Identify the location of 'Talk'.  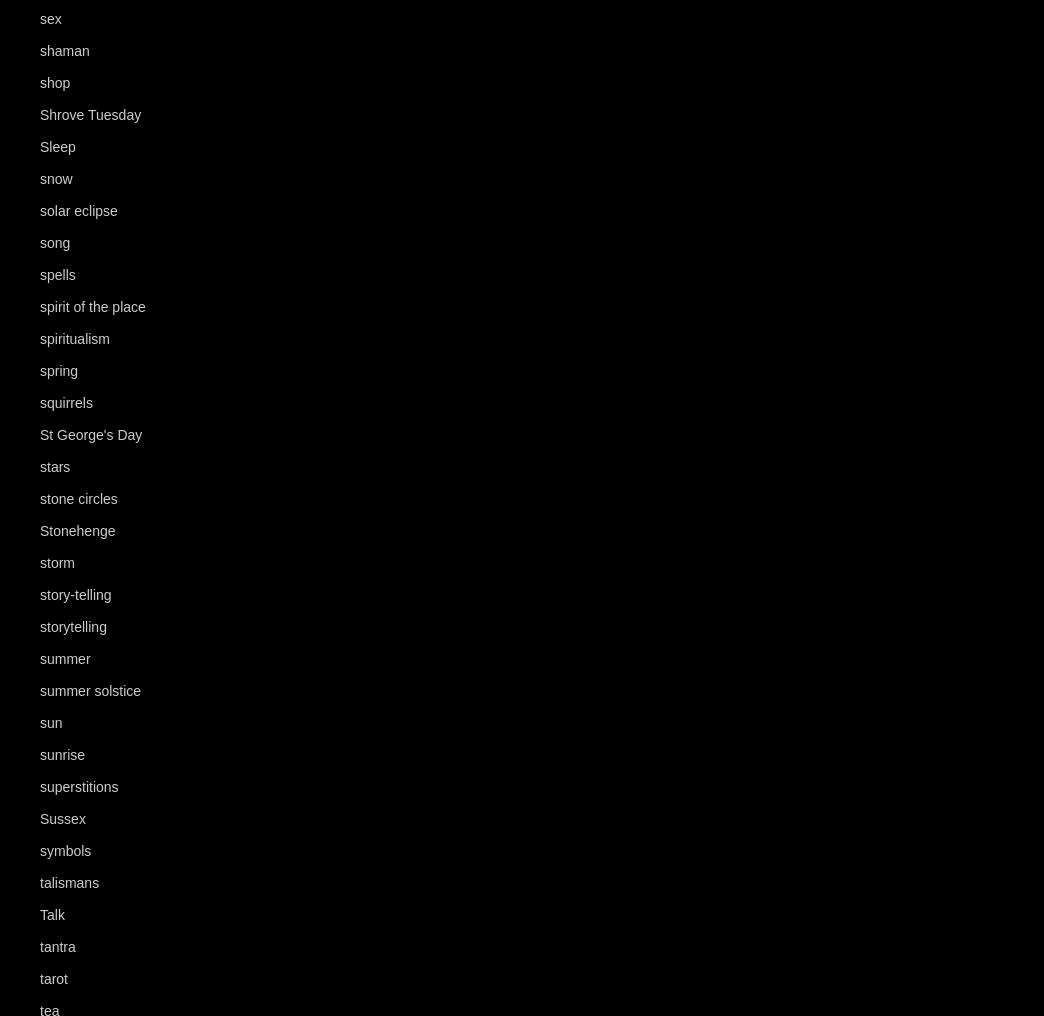
(38, 914).